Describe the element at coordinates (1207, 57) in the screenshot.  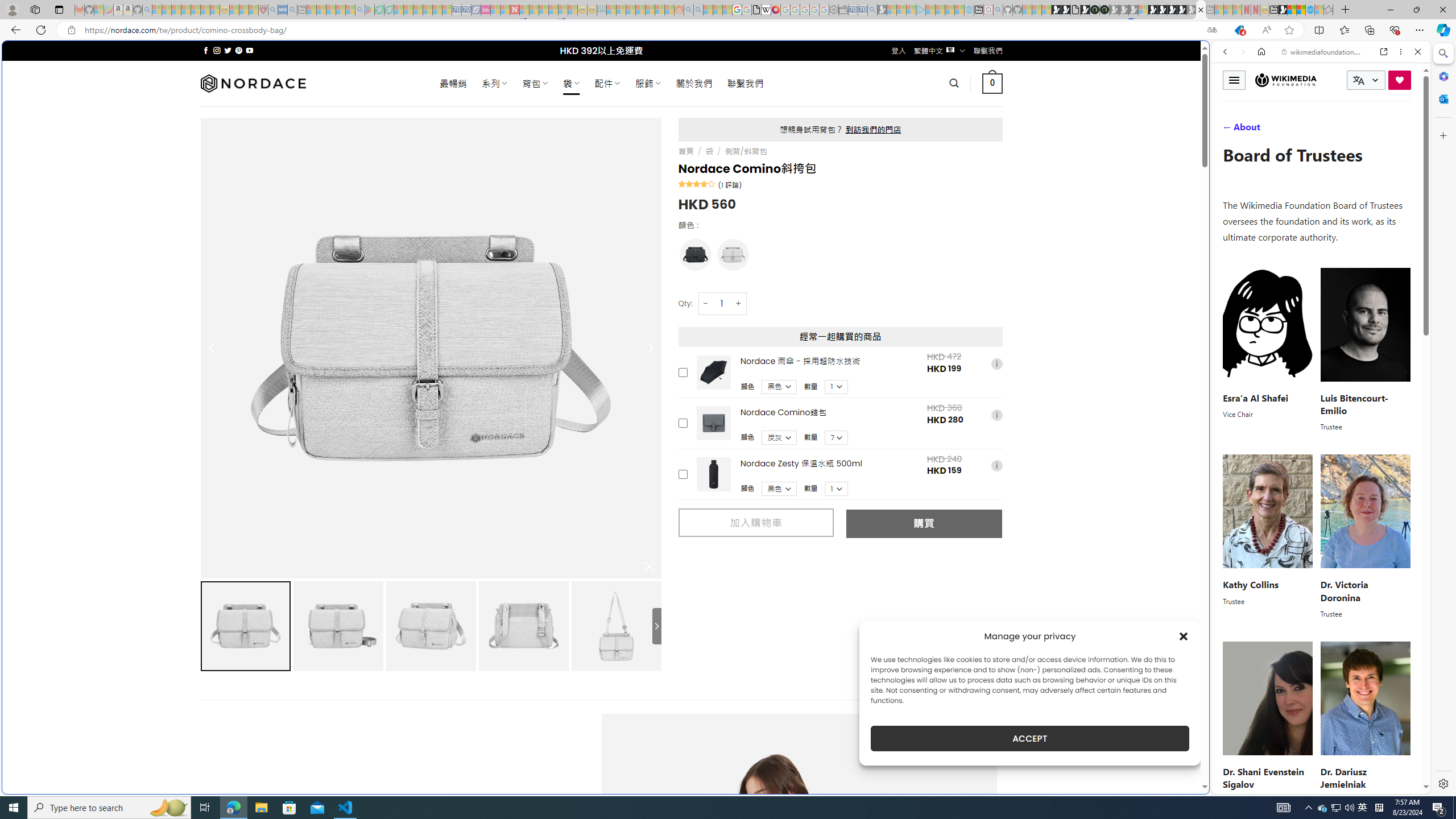
I see `'Close split screen'` at that location.